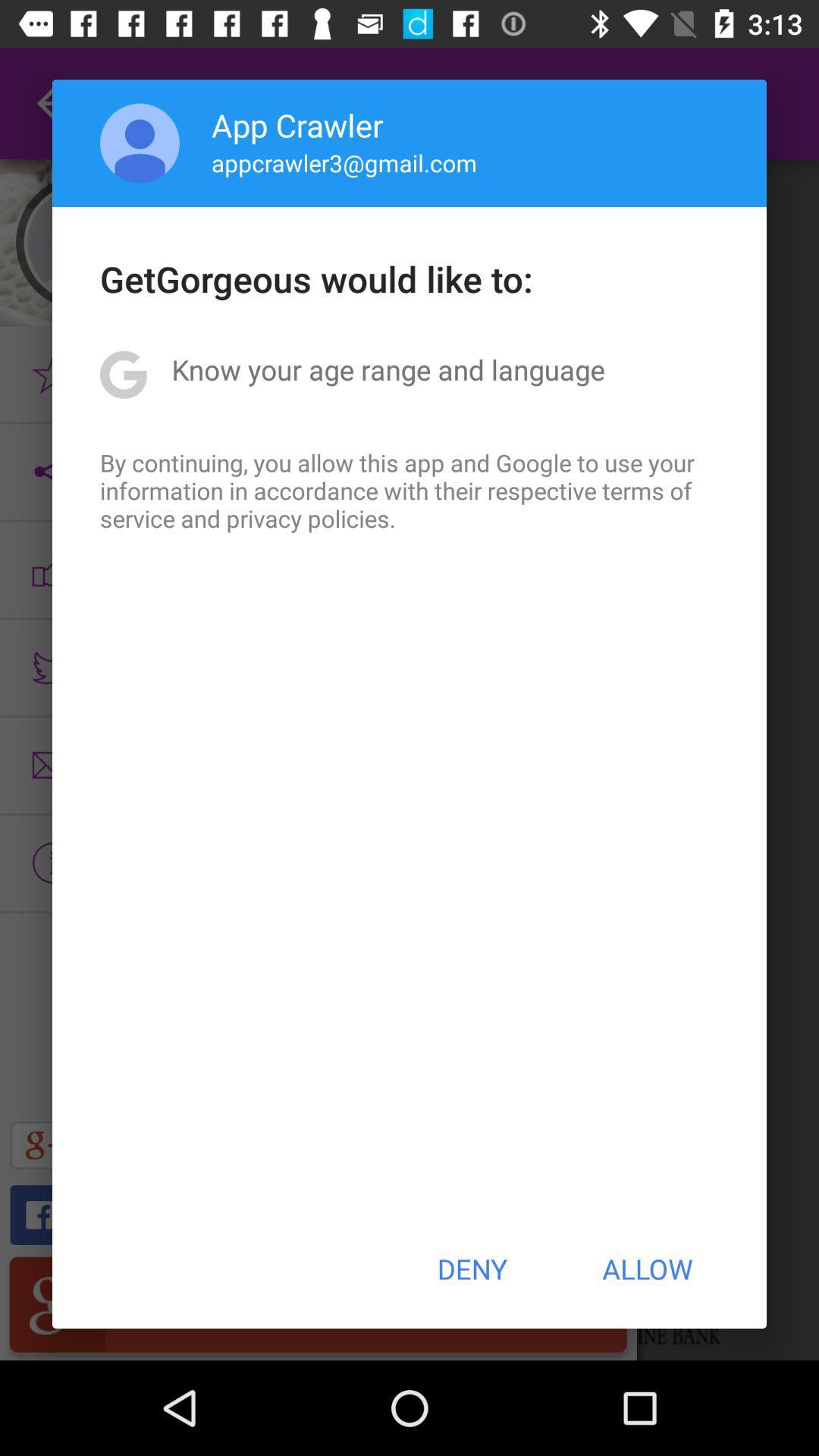  I want to click on the icon below getgorgeous would like, so click(388, 369).